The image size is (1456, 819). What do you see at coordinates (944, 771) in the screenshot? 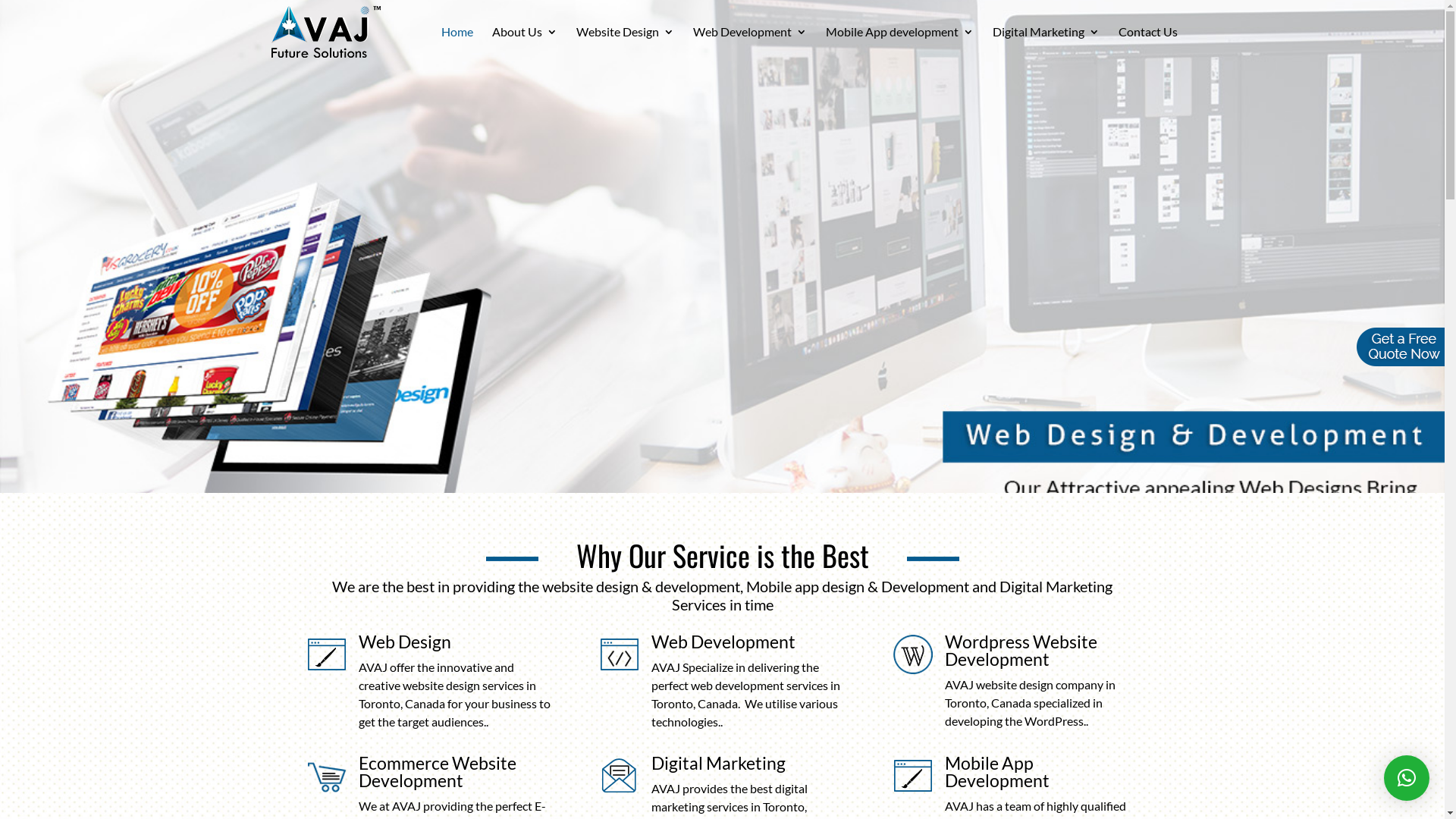
I see `'Mobile App Development'` at bounding box center [944, 771].